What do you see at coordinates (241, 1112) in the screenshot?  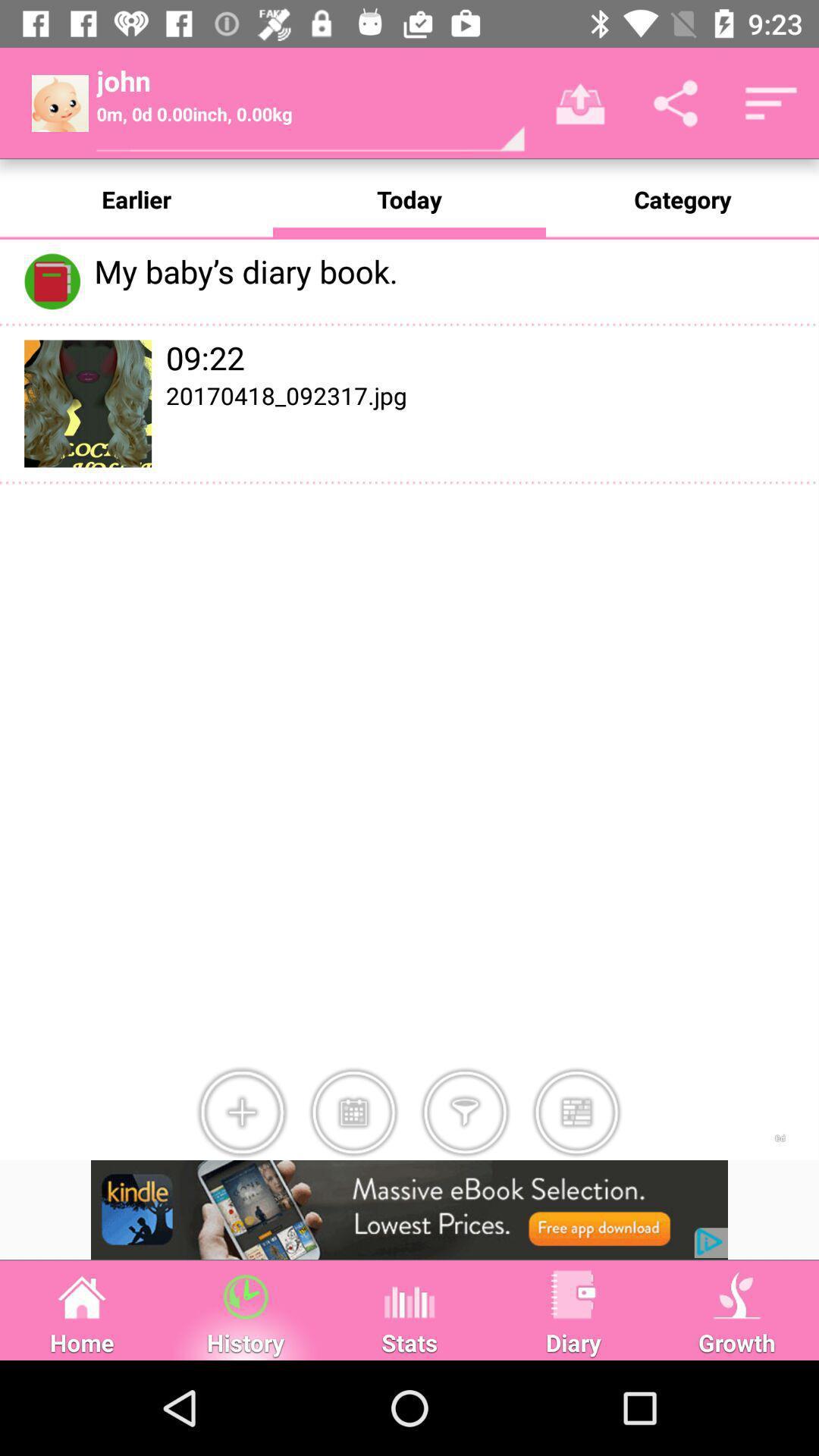 I see `the add icon` at bounding box center [241, 1112].